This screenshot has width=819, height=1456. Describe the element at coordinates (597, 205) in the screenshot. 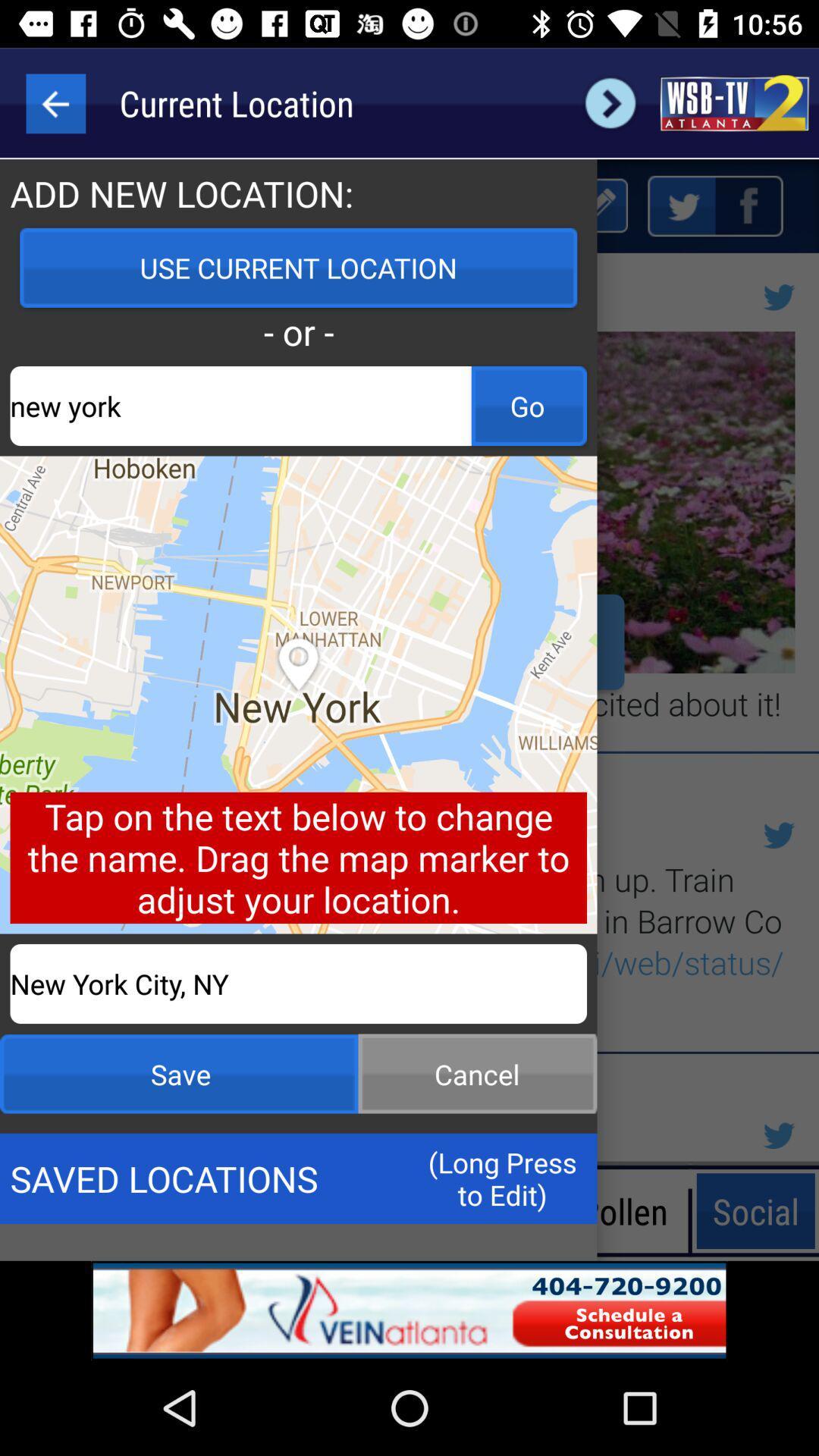

I see `the edit icon` at that location.